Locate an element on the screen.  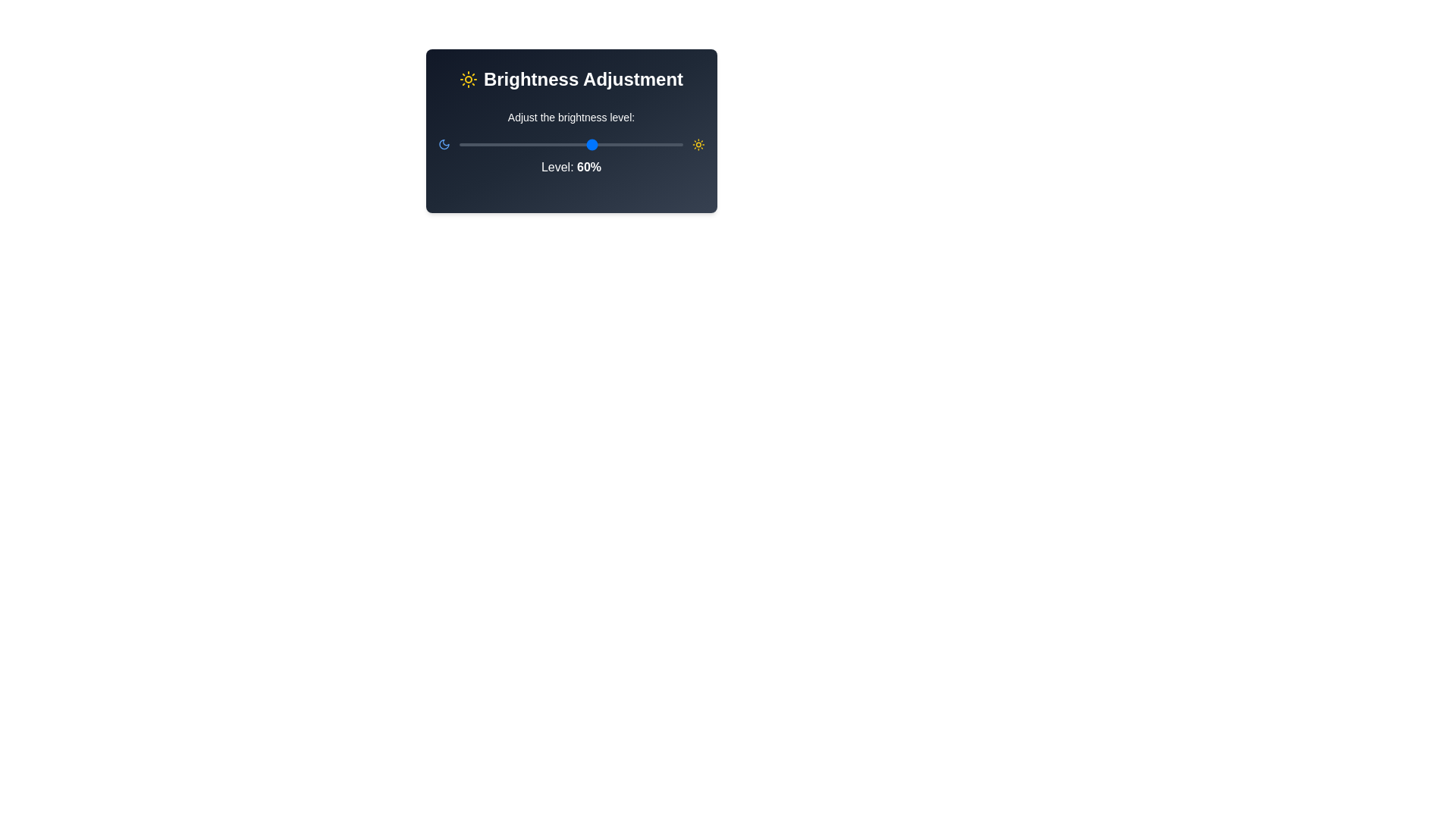
brightness level is located at coordinates (640, 145).